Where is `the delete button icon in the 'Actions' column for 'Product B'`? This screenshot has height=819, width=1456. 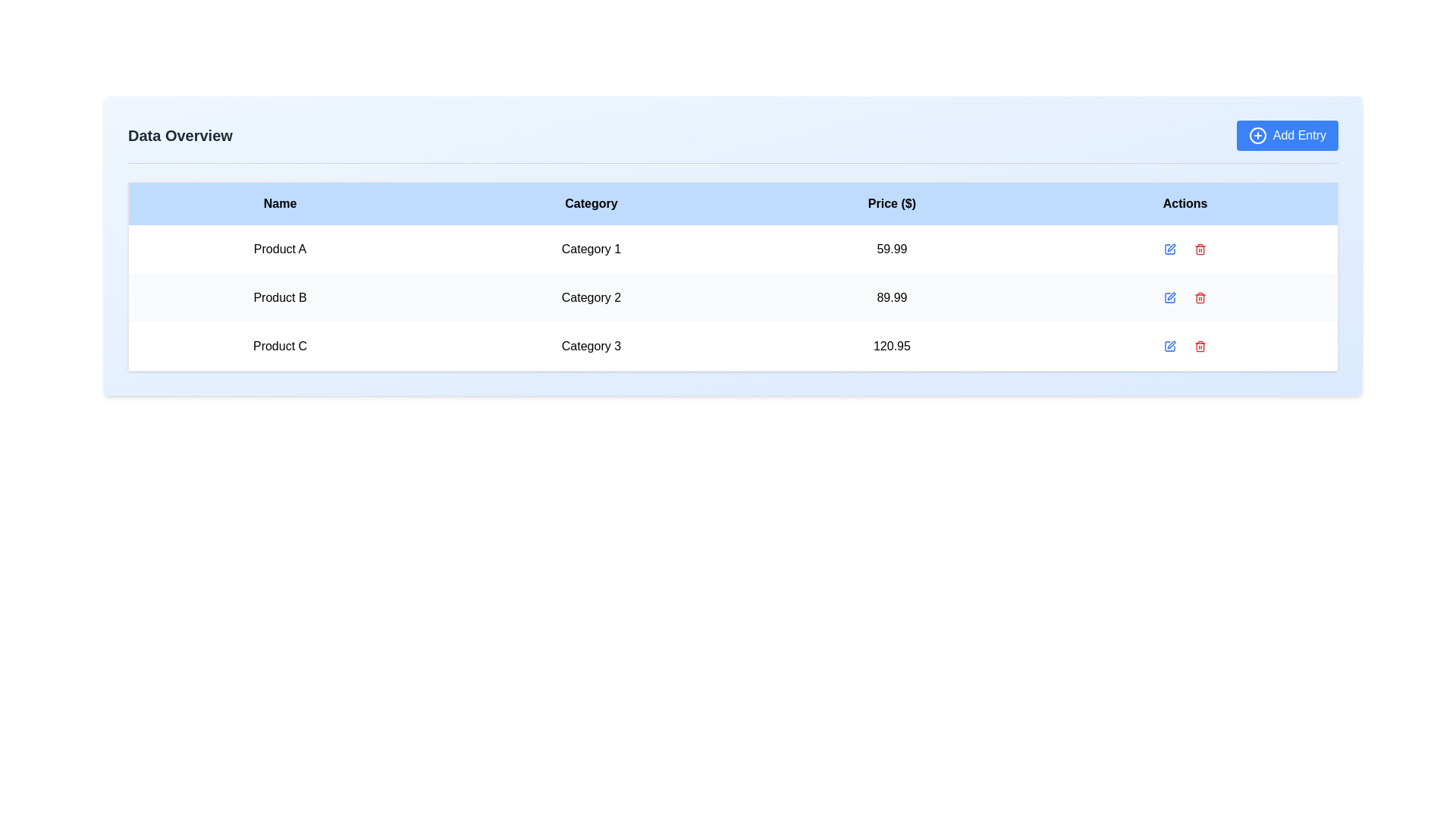
the delete button icon in the 'Actions' column for 'Product B' is located at coordinates (1200, 298).